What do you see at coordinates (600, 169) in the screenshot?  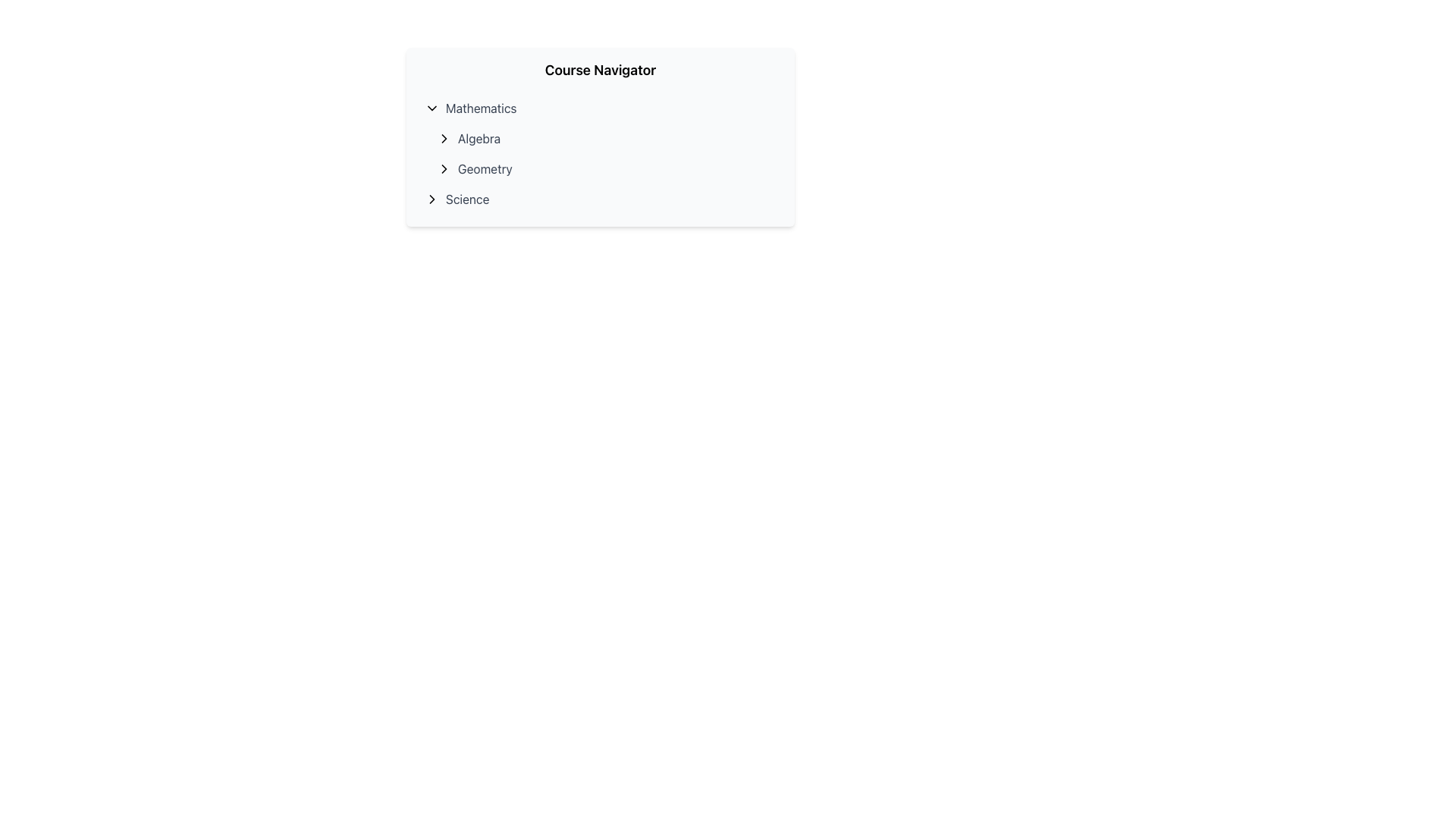 I see `the second navigational entry in the course navigator for the 'Geometry' section, located below 'Algebra' and above 'Science'` at bounding box center [600, 169].